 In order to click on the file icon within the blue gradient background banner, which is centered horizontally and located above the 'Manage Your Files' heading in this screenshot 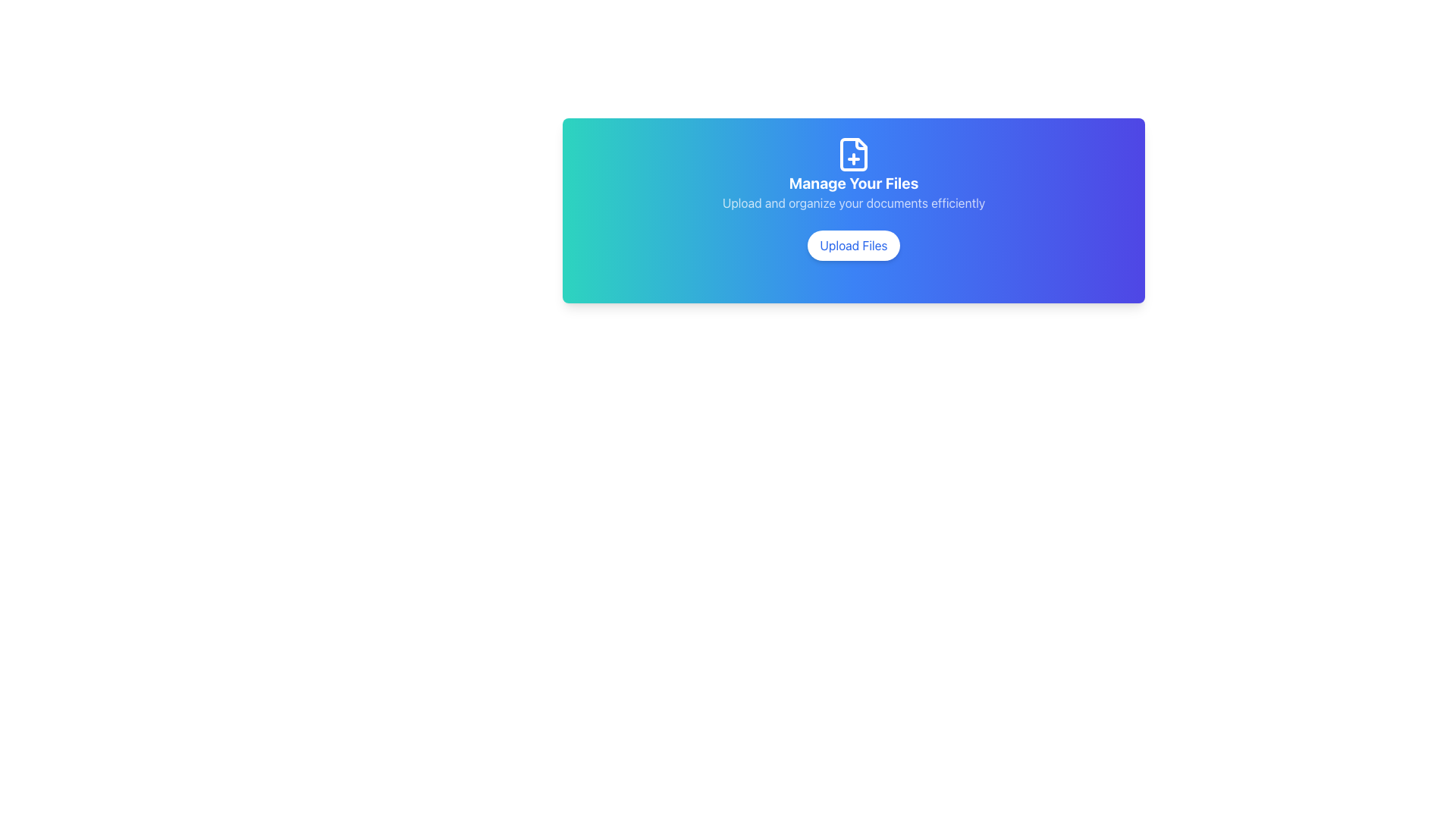, I will do `click(854, 155)`.